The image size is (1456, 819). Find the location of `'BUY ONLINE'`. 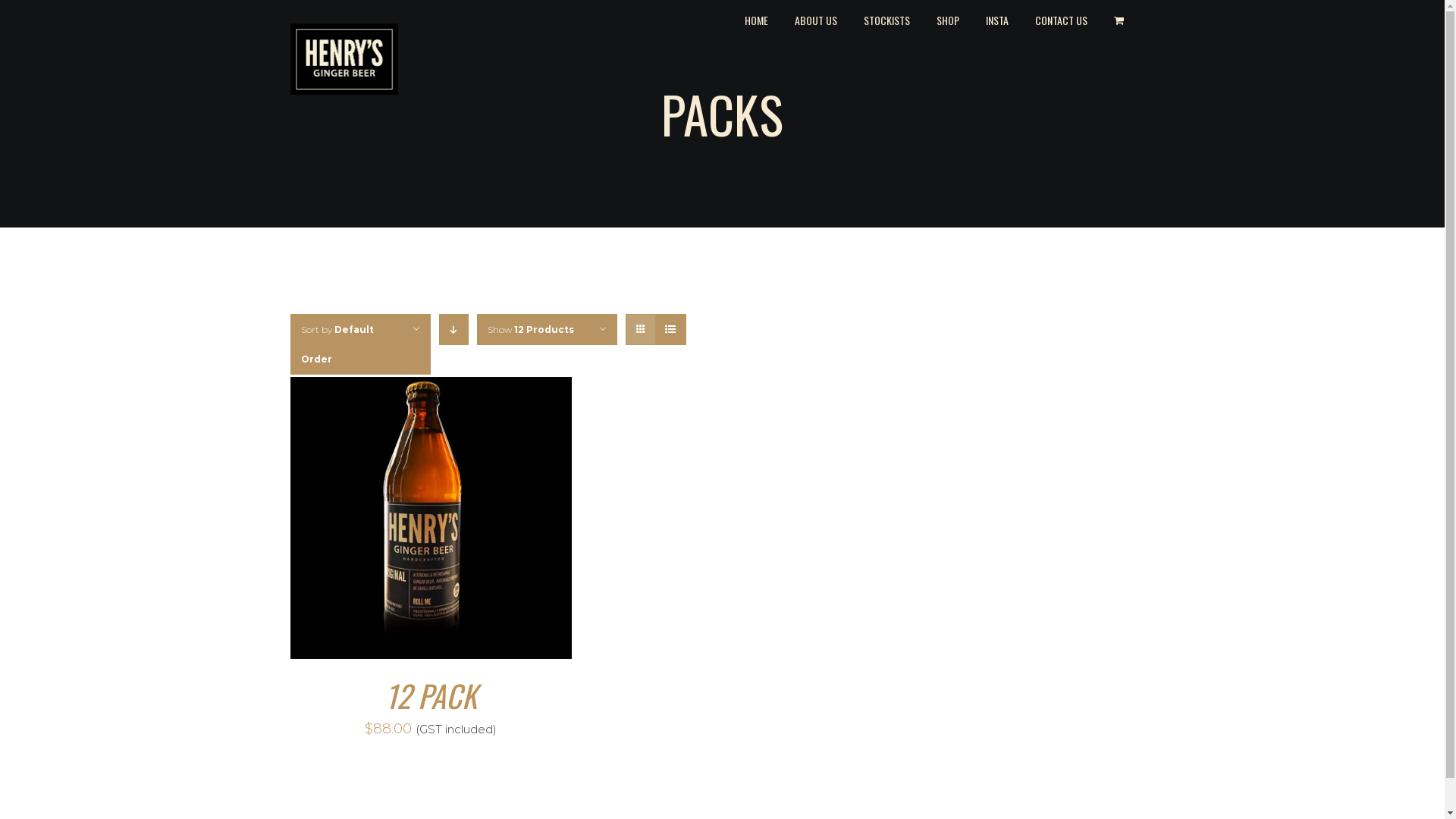

'BUY ONLINE' is located at coordinates (371, 667).